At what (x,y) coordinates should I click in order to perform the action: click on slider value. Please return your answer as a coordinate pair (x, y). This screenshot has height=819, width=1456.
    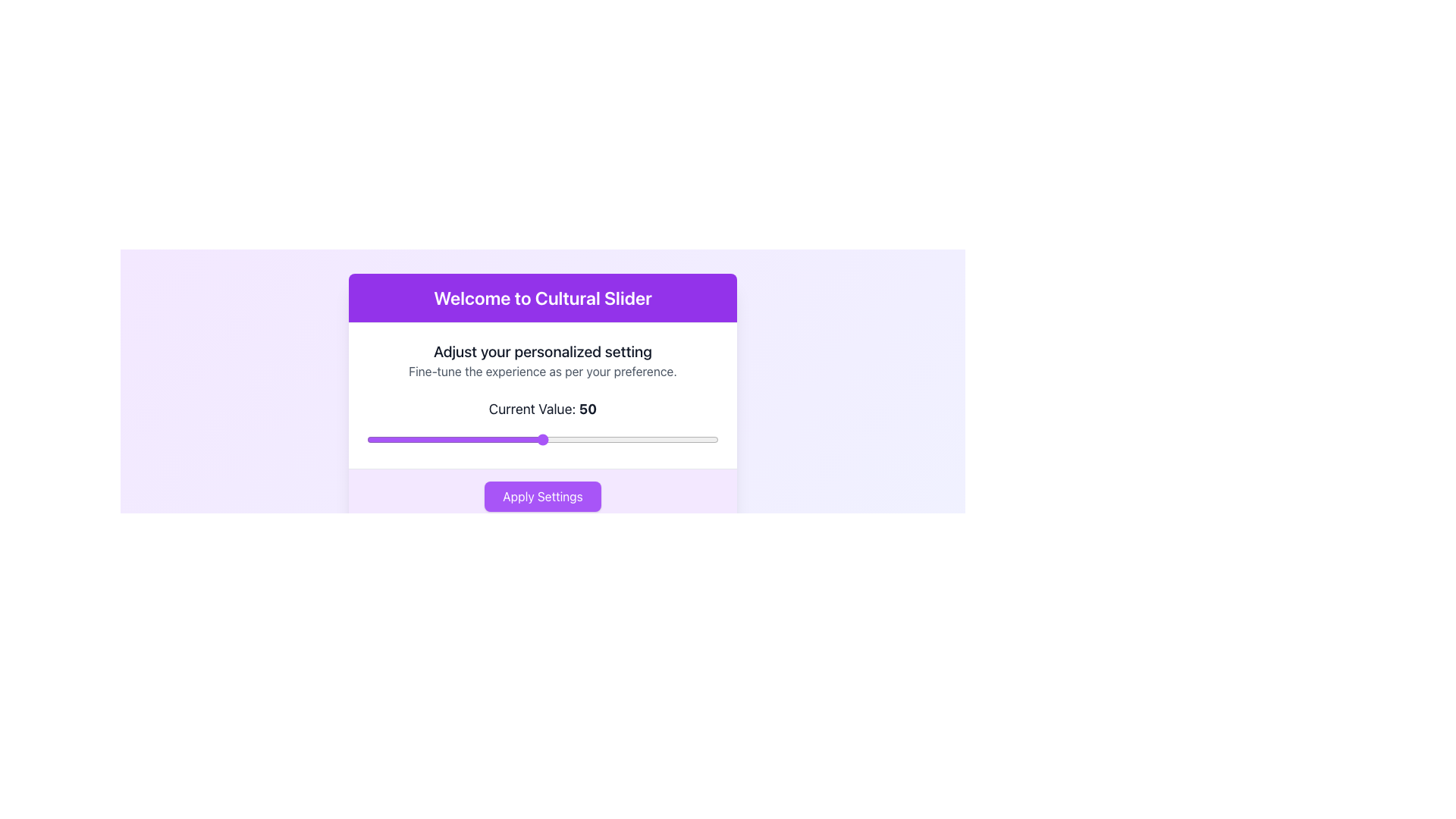
    Looking at the image, I should click on (395, 439).